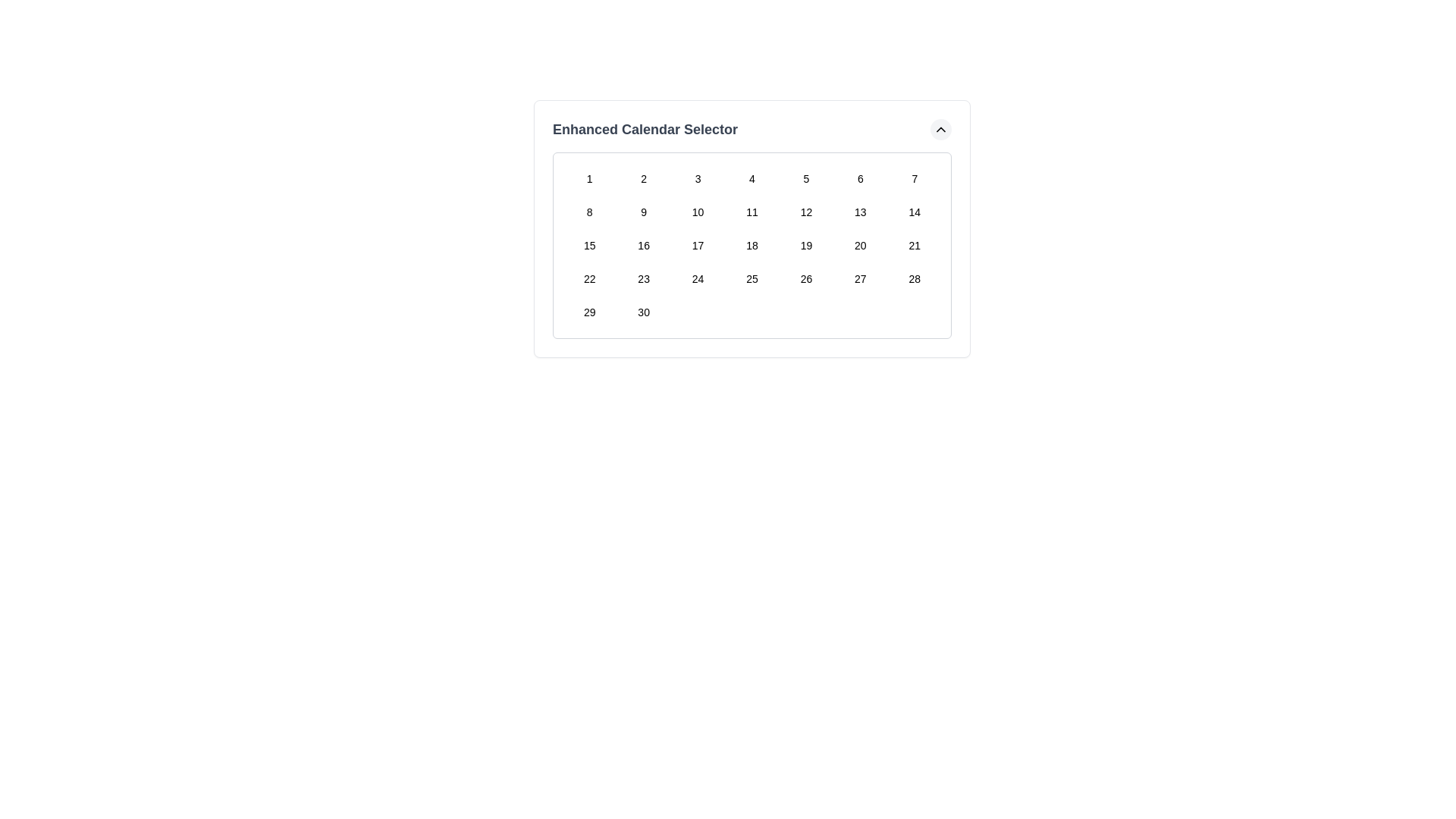 This screenshot has height=819, width=1456. Describe the element at coordinates (860, 245) in the screenshot. I see `the button labeled '20', which is styled as a square grid cell in the 6th column of the 3rd row in the calendar component` at that location.